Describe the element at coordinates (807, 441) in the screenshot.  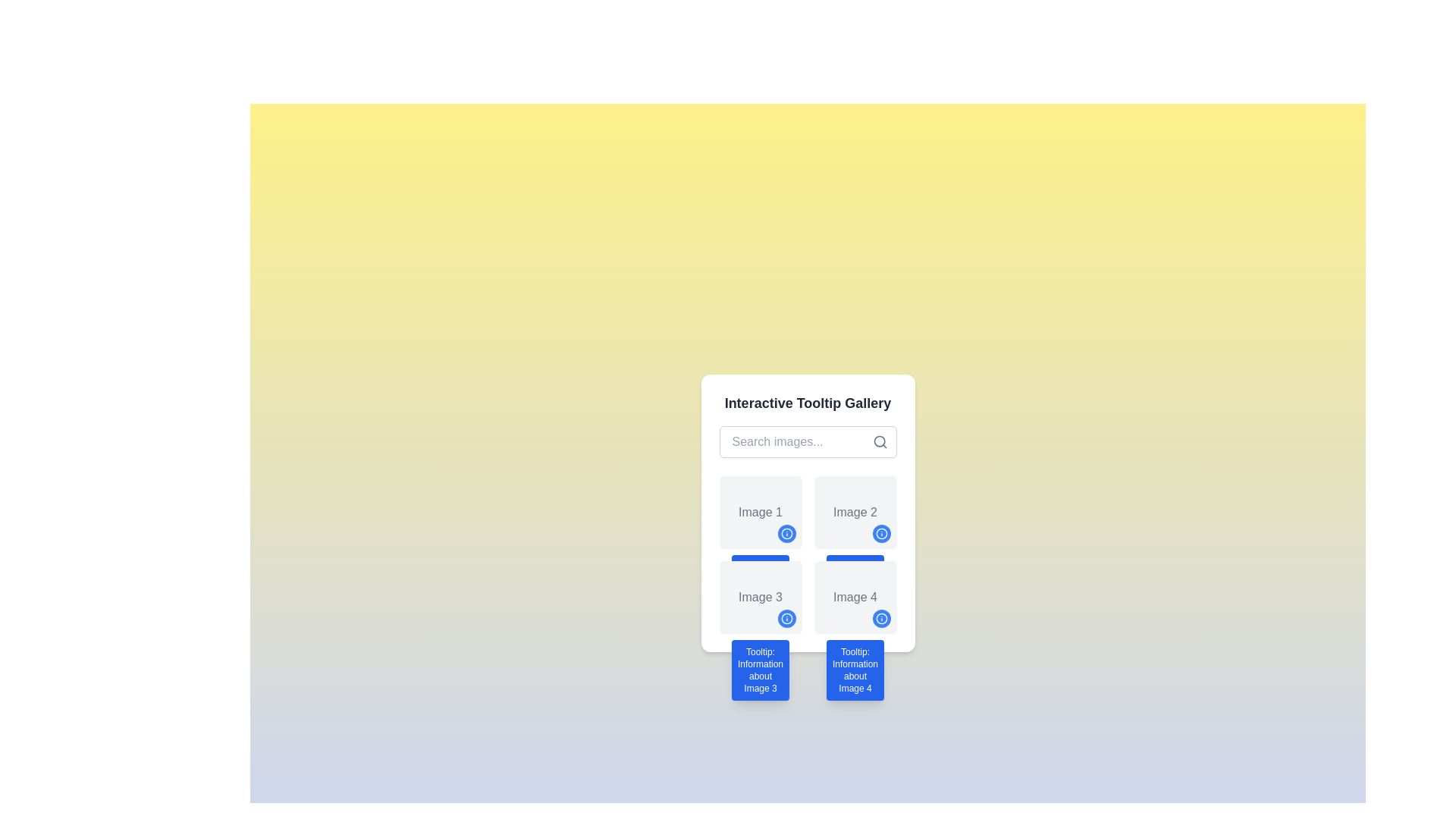
I see `the magnifying glass icon in the Search input box located within the 'Interactive Tooltip Gallery' card` at that location.